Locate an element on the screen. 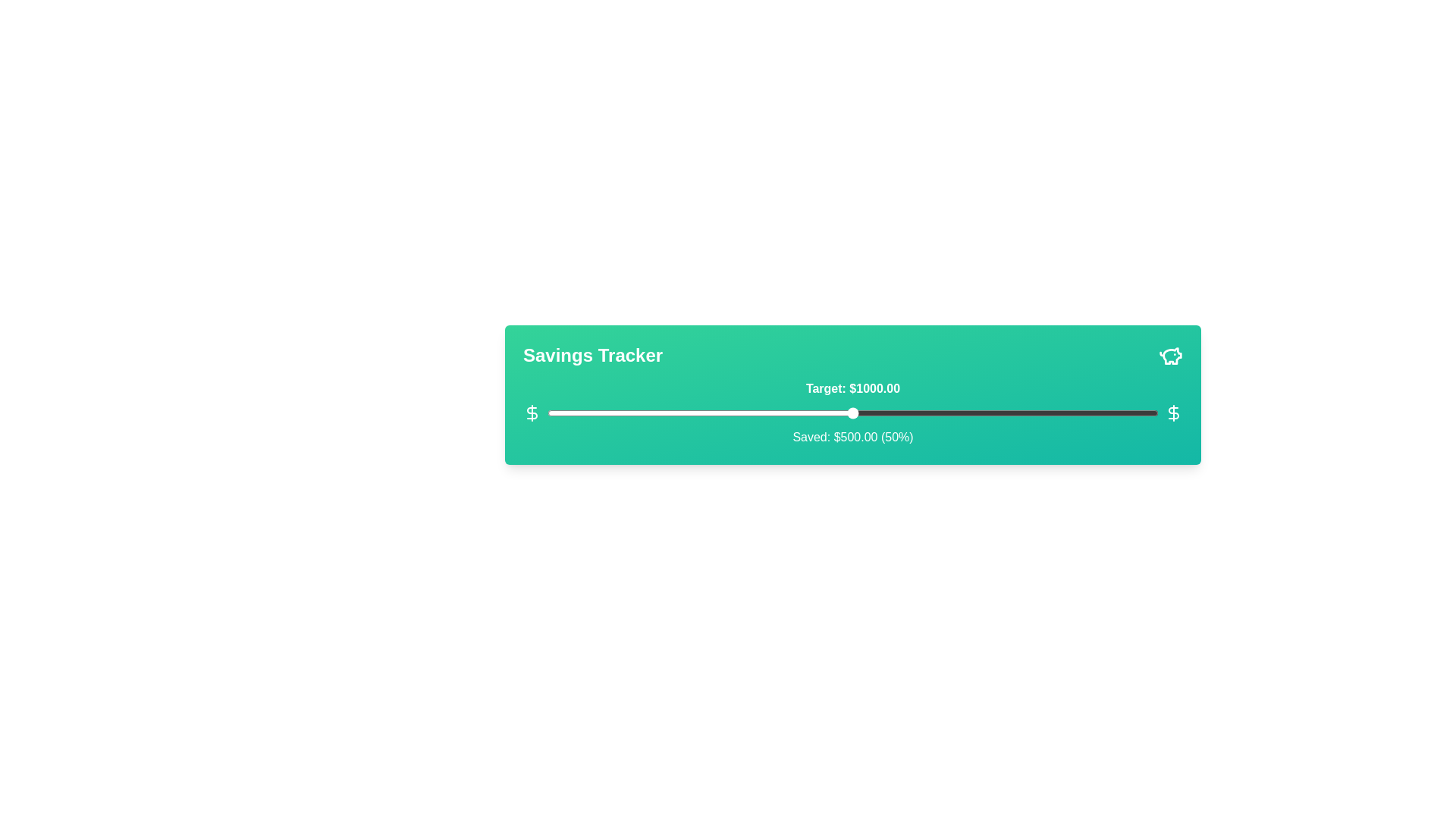 The width and height of the screenshot is (1456, 819). the savings tracker is located at coordinates (1090, 413).